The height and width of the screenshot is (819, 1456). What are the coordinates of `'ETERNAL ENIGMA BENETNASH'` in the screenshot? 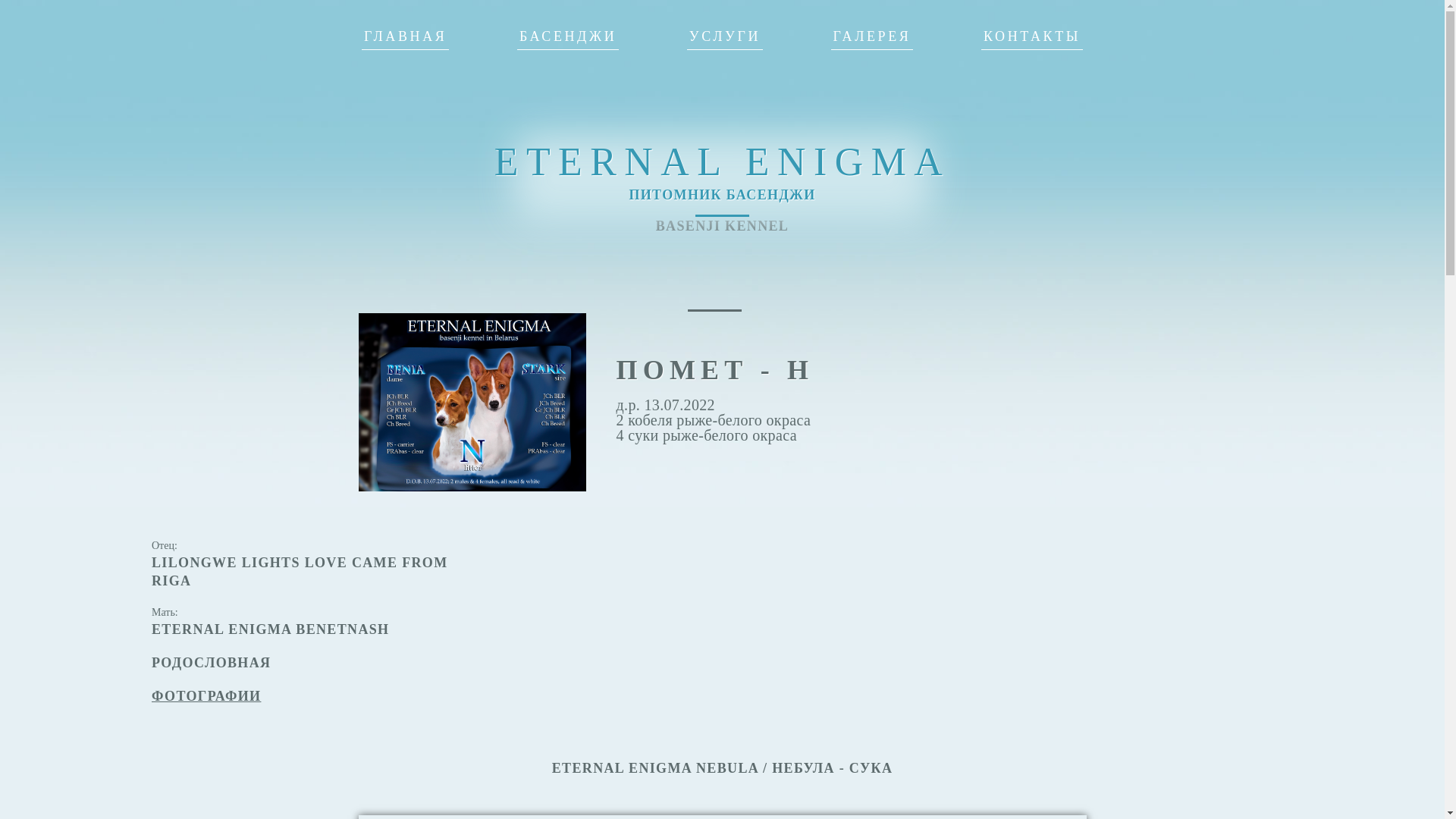 It's located at (270, 629).